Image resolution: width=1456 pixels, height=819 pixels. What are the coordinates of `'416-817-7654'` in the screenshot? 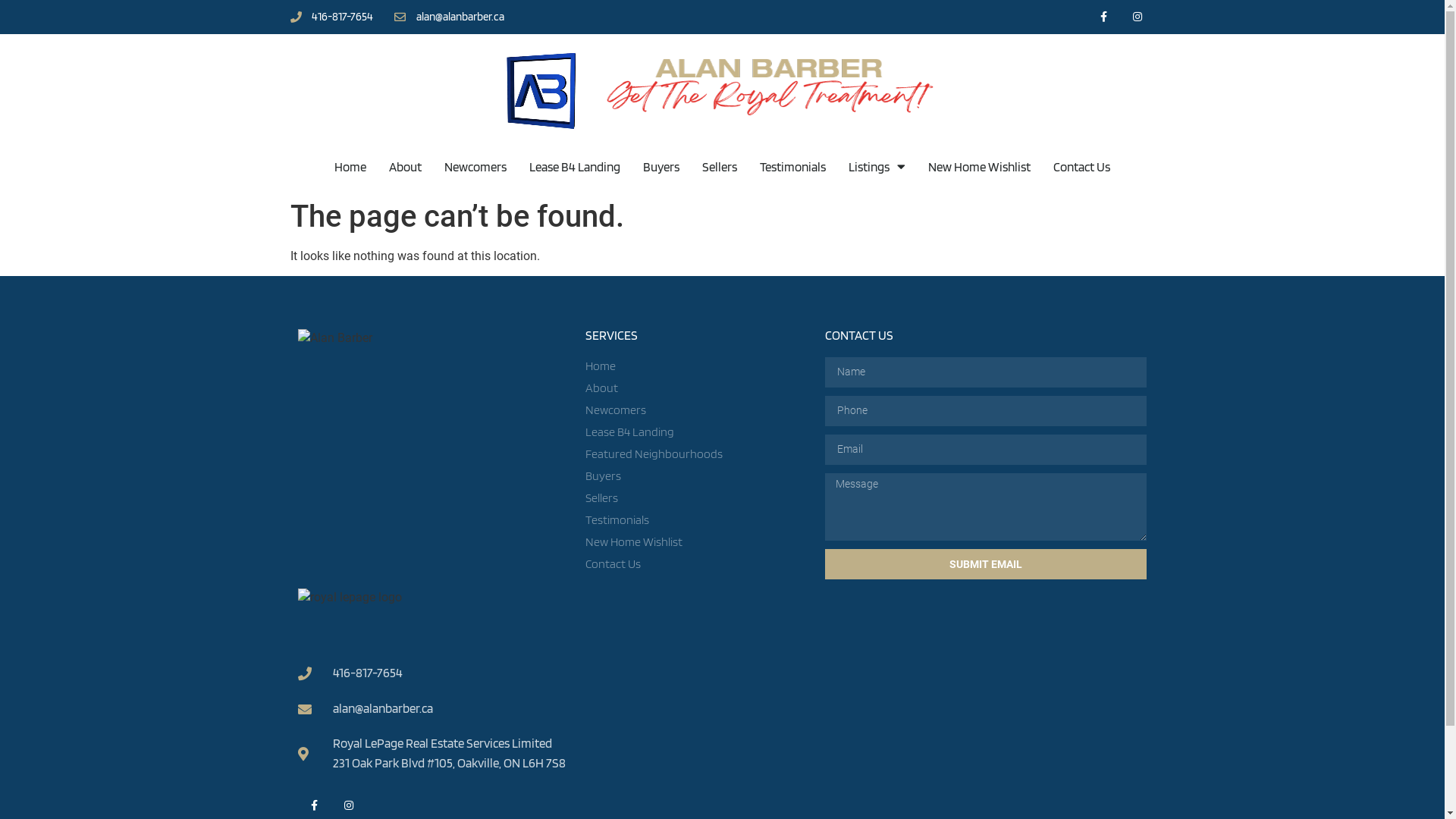 It's located at (330, 17).